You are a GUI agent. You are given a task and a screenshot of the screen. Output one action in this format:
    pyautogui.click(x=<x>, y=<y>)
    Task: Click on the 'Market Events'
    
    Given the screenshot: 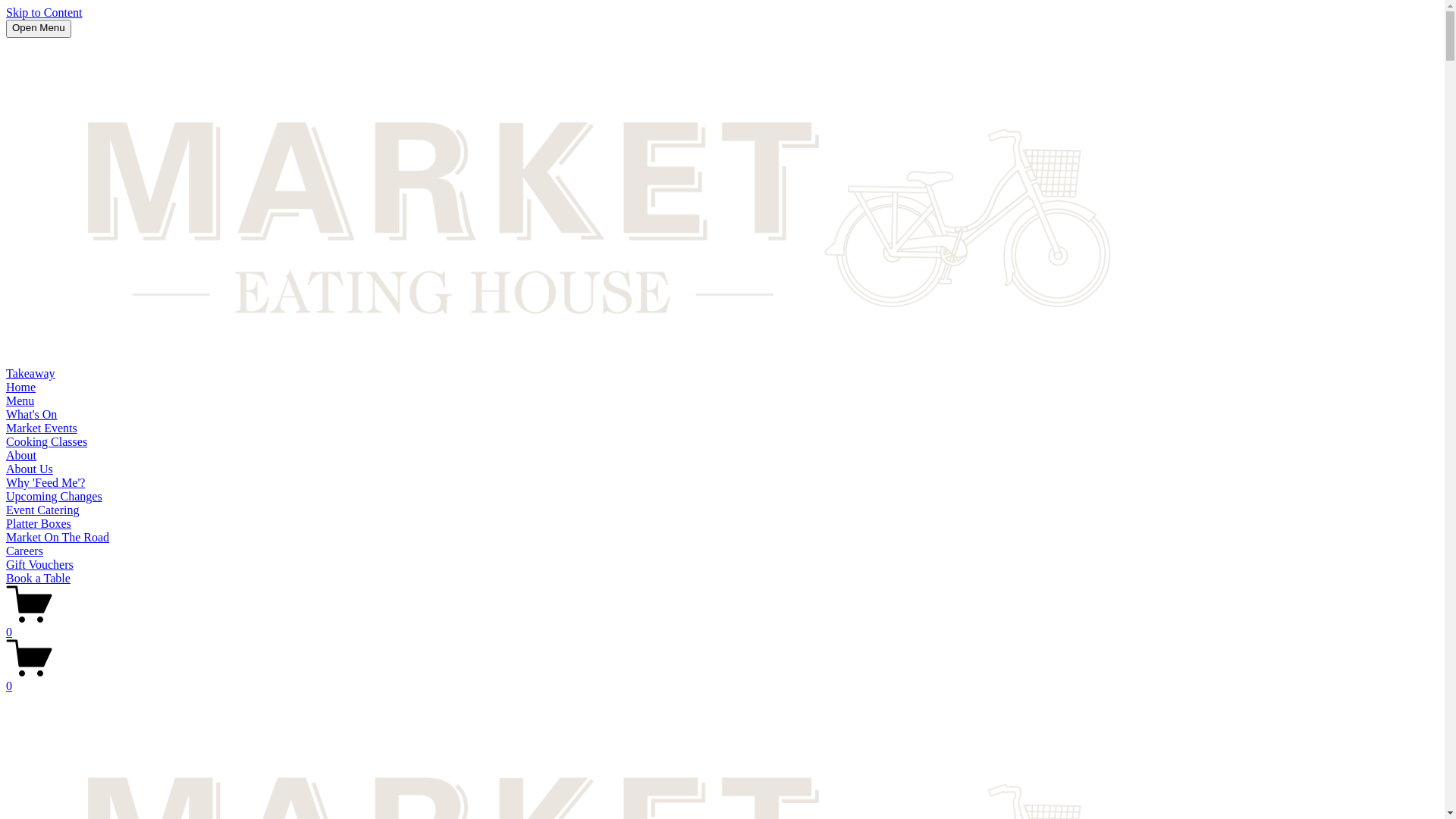 What is the action you would take?
    pyautogui.click(x=6, y=428)
    